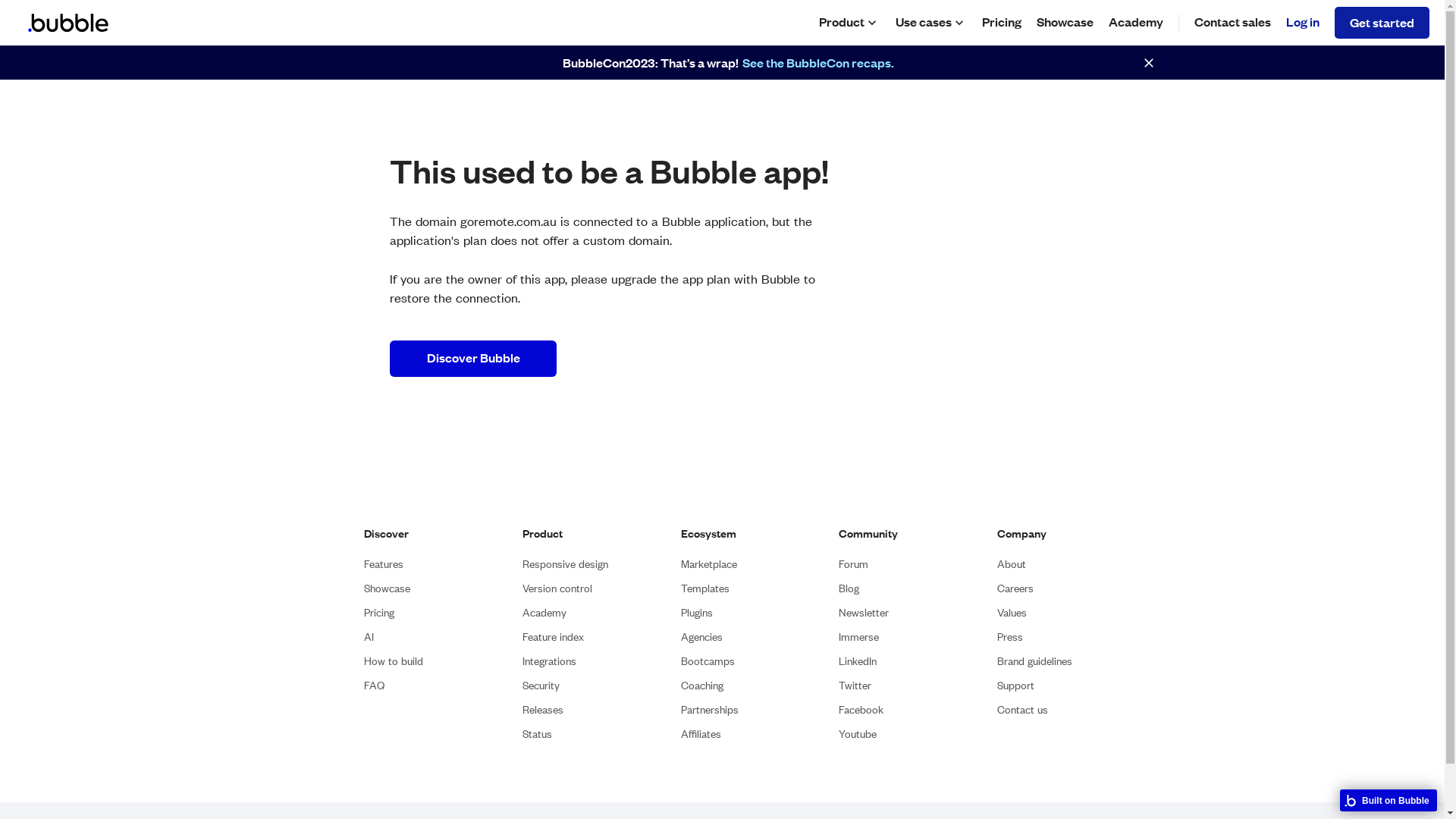  What do you see at coordinates (393, 660) in the screenshot?
I see `'How to build'` at bounding box center [393, 660].